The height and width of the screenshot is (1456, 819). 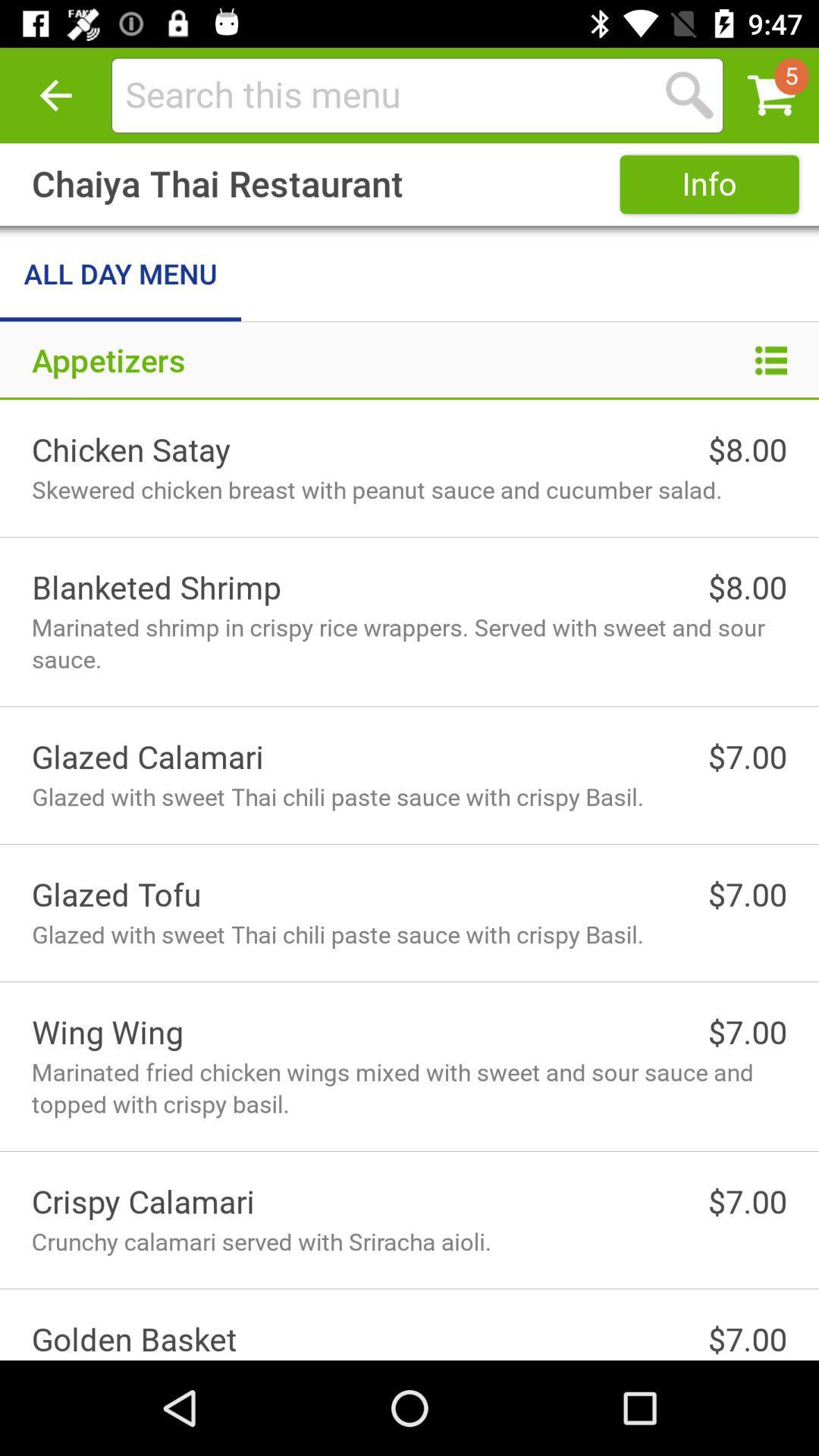 I want to click on icon above chaiya thai restaurant item, so click(x=55, y=94).